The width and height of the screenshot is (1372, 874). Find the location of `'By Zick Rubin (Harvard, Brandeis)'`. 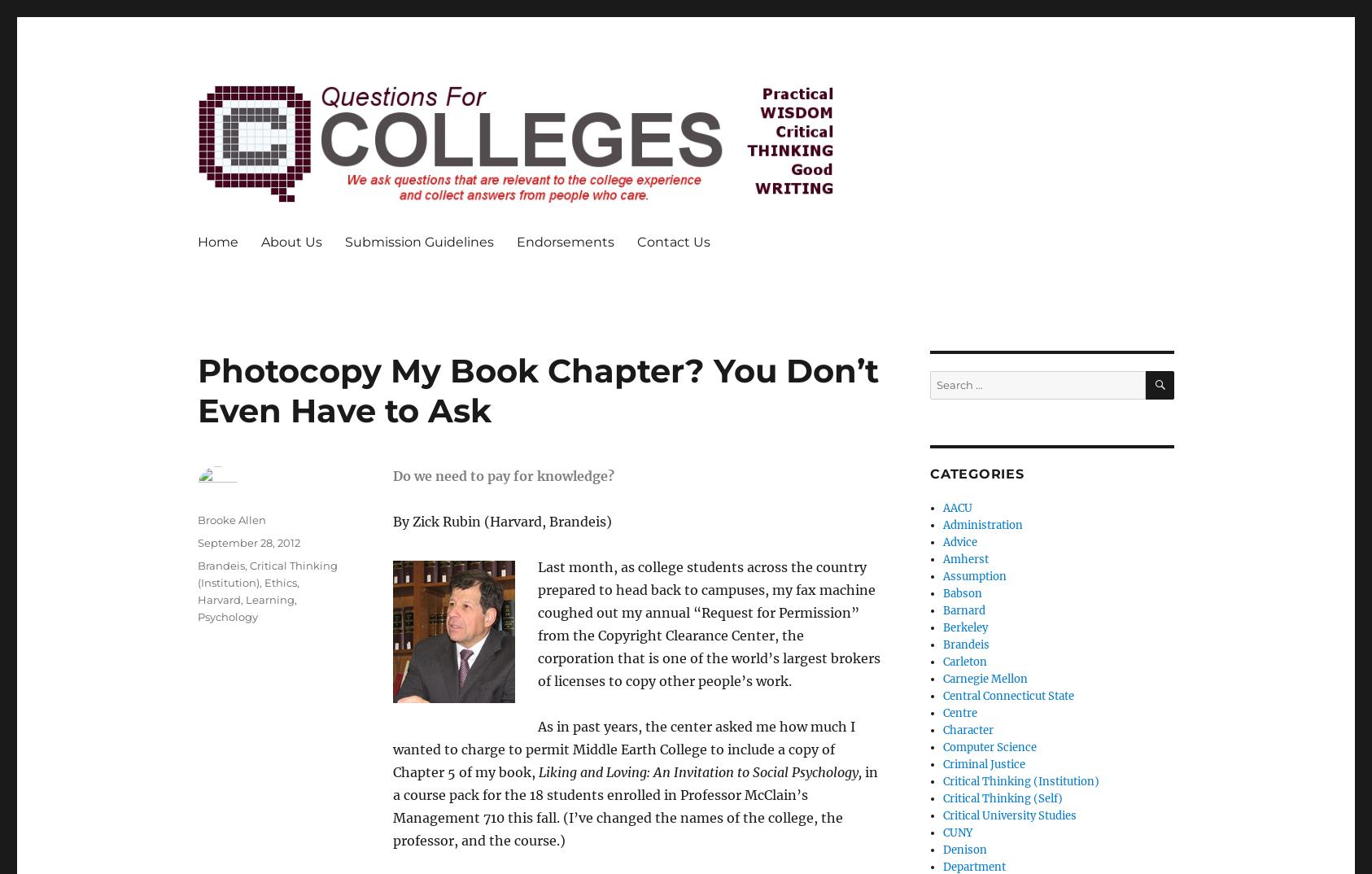

'By Zick Rubin (Harvard, Brandeis)' is located at coordinates (501, 520).